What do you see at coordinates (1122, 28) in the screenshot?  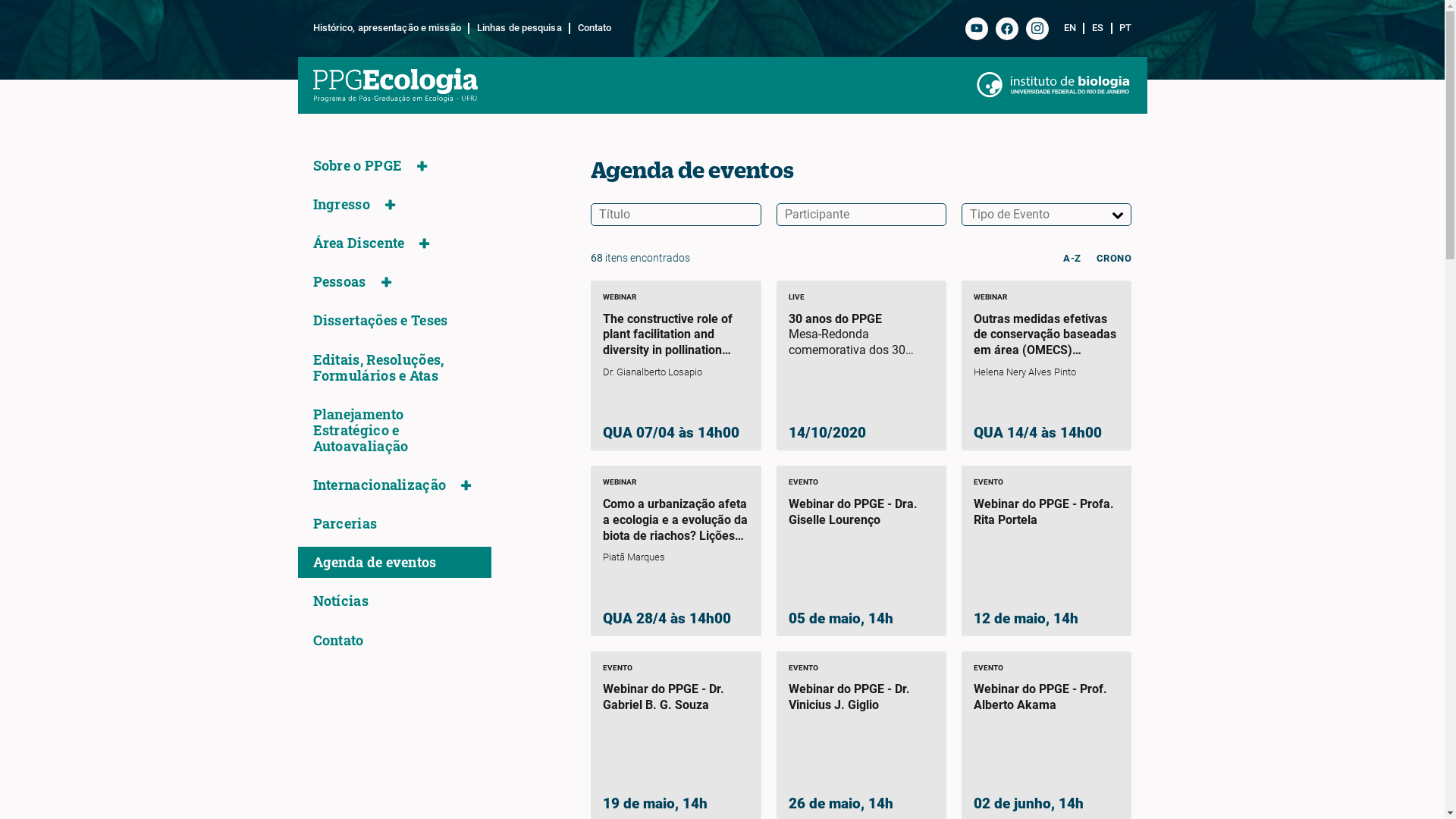 I see `'PT'` at bounding box center [1122, 28].